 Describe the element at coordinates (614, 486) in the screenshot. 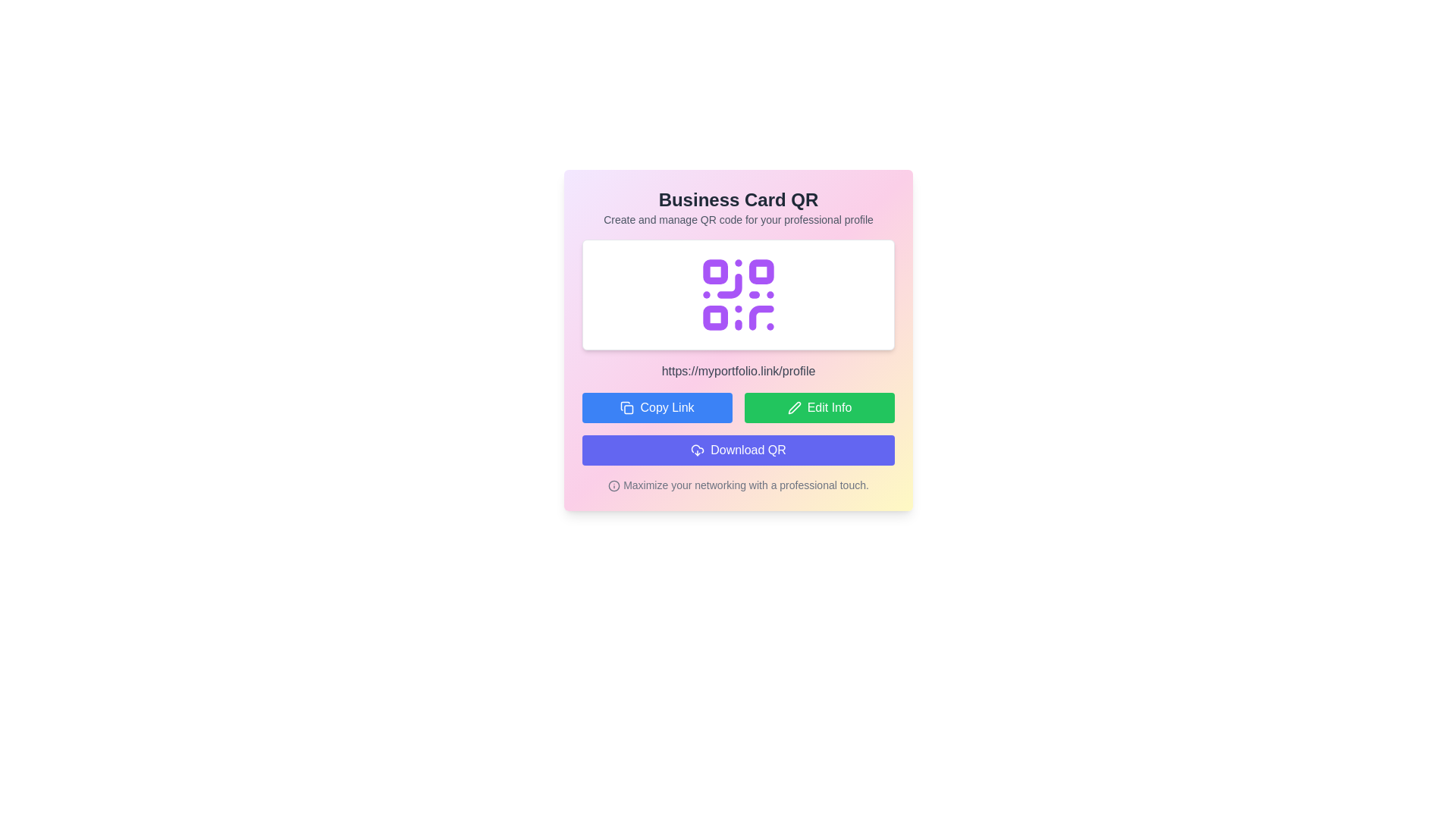

I see `the informational icon located to the left of the text 'Maximize your networking with a professional touch.' in the footer section` at that location.